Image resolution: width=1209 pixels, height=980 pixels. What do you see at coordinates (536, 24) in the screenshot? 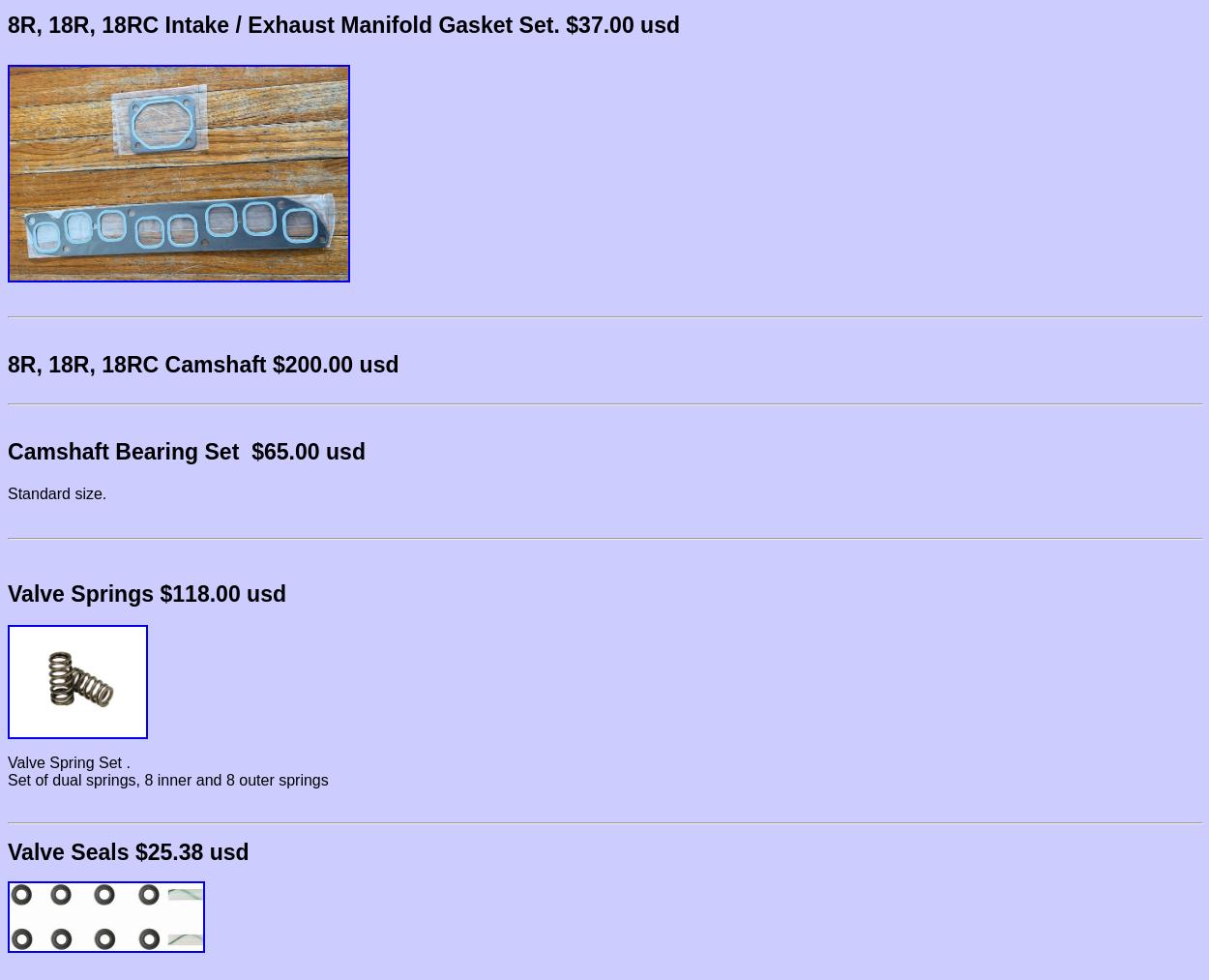
I see `'Set.'` at bounding box center [536, 24].